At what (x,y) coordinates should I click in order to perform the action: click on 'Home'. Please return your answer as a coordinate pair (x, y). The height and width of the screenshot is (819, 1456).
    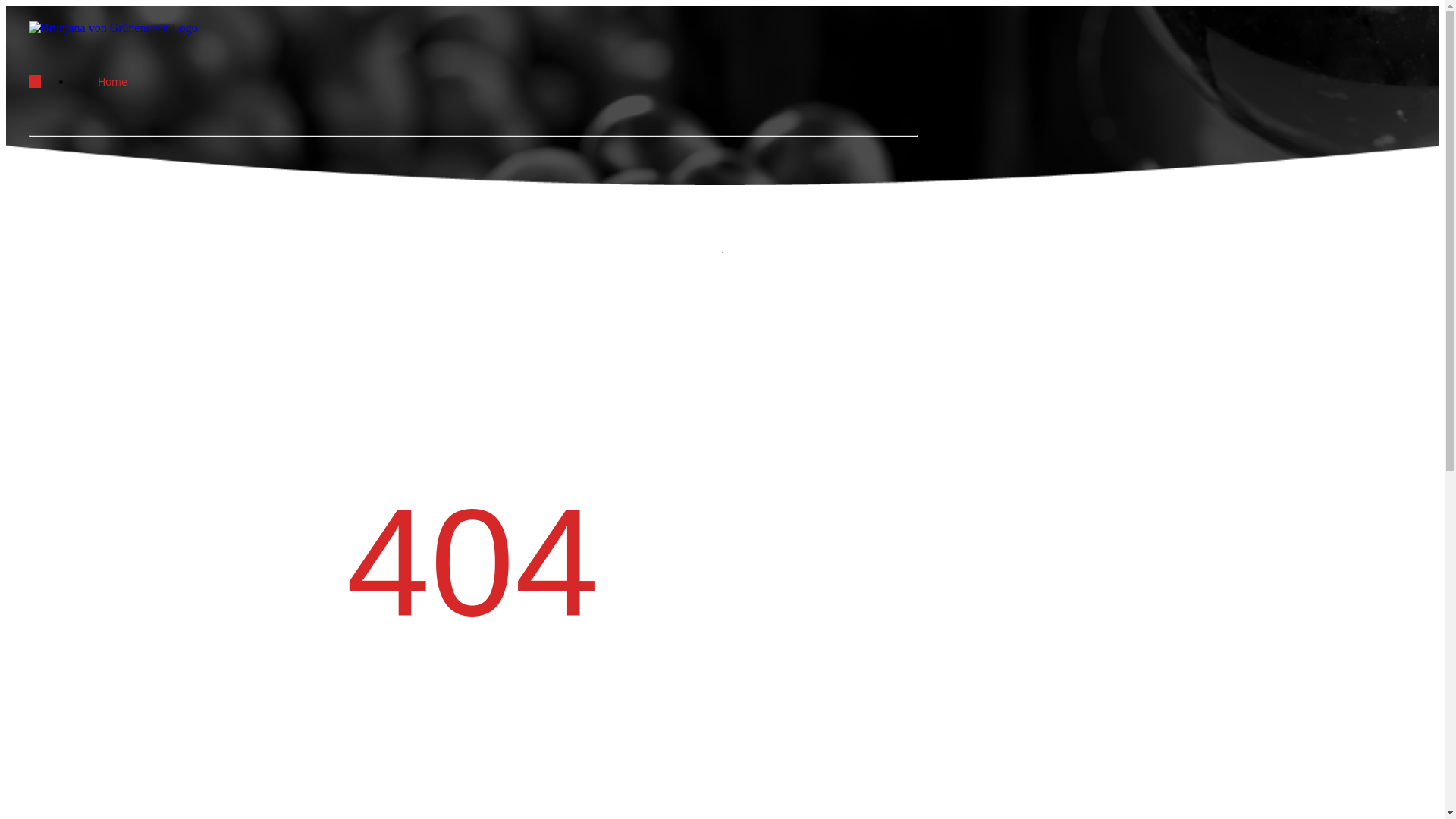
    Looking at the image, I should click on (112, 82).